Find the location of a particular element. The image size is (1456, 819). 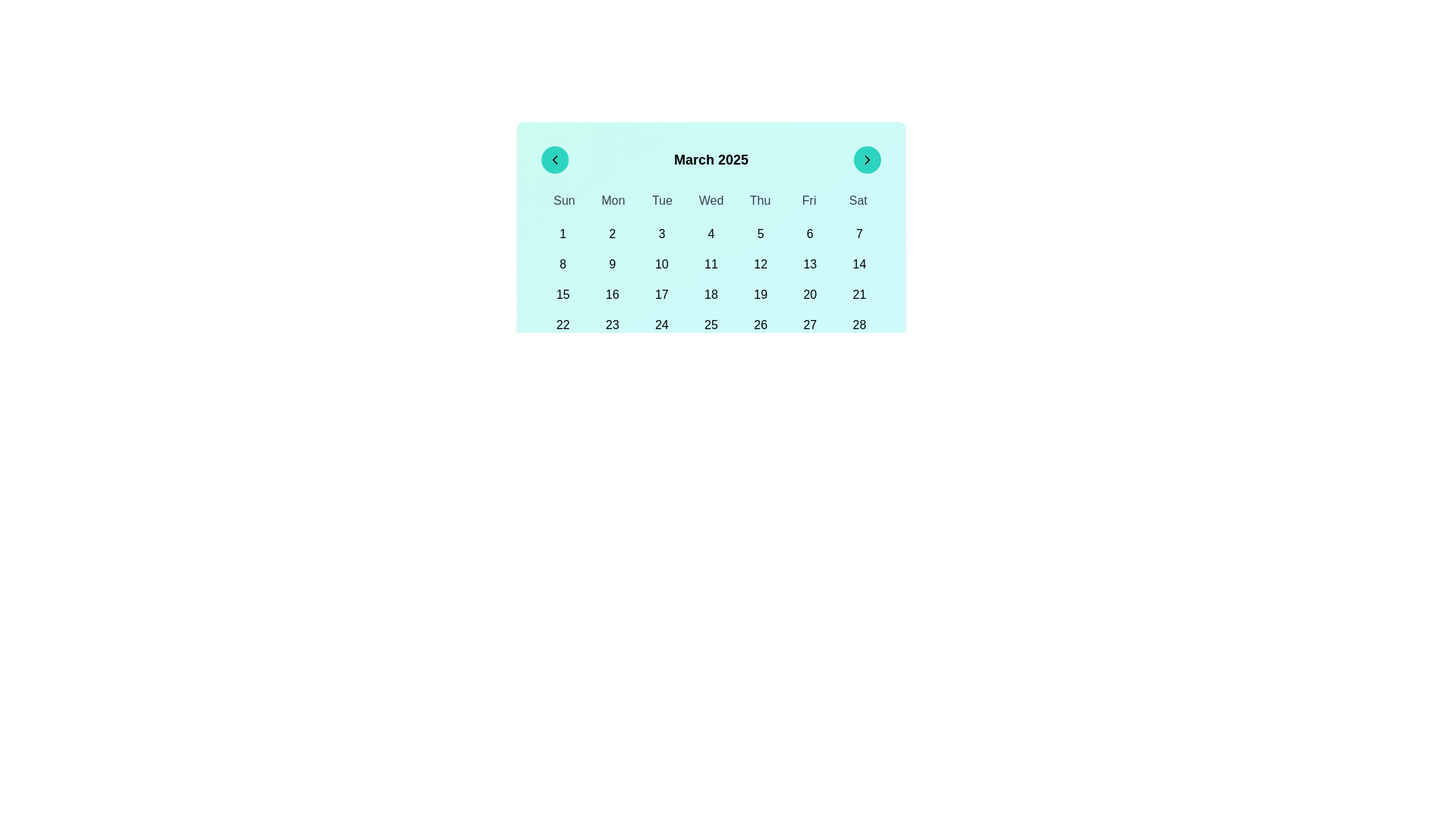

the button displaying the number '27' in the bottom-right section of the calendar-like interface for additional information is located at coordinates (809, 324).